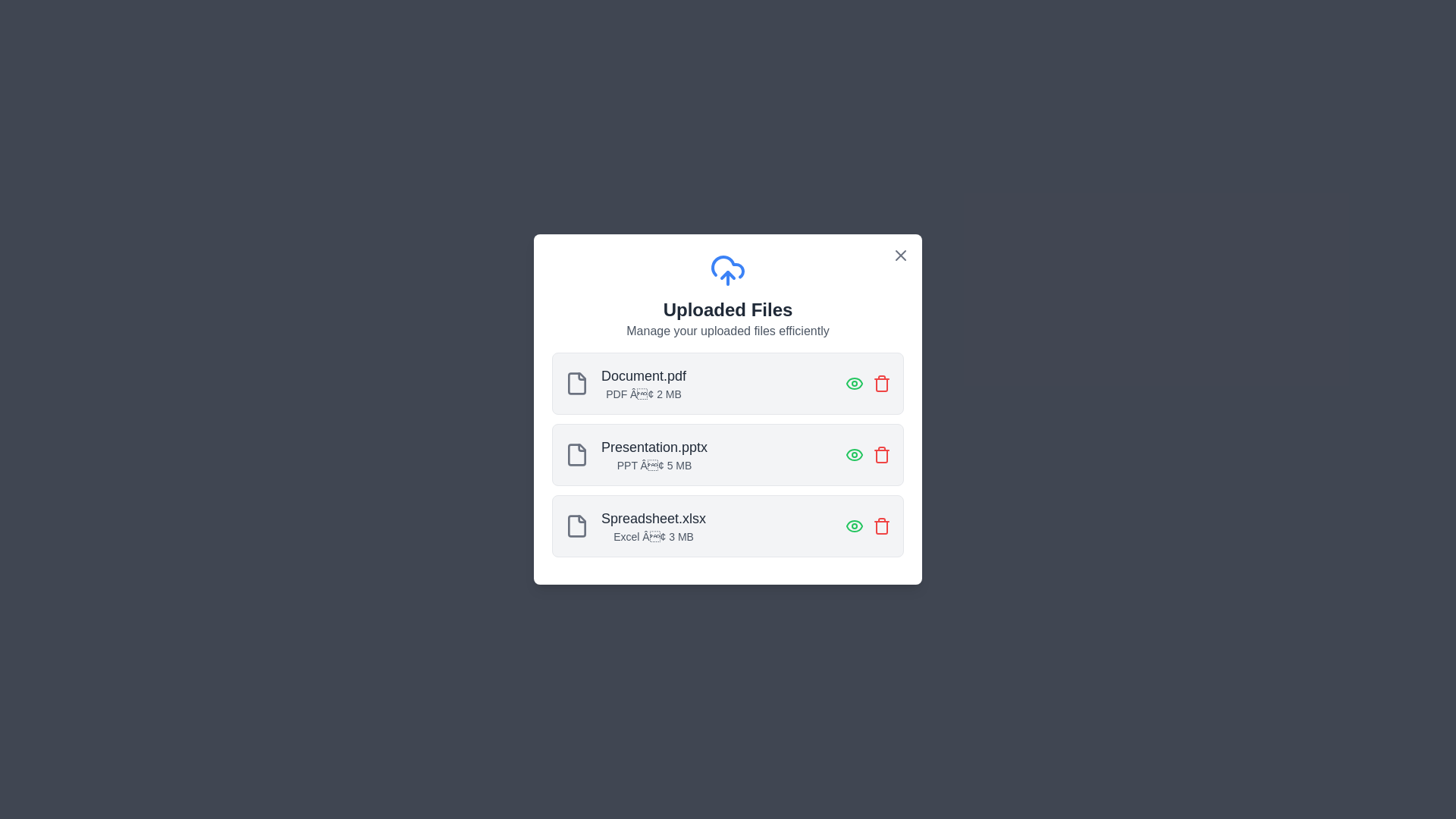 This screenshot has height=819, width=1456. I want to click on the file icon located to the left of 'Spreadsheet.xlsx', which is the bottom-most icon among three file entries, so click(576, 526).